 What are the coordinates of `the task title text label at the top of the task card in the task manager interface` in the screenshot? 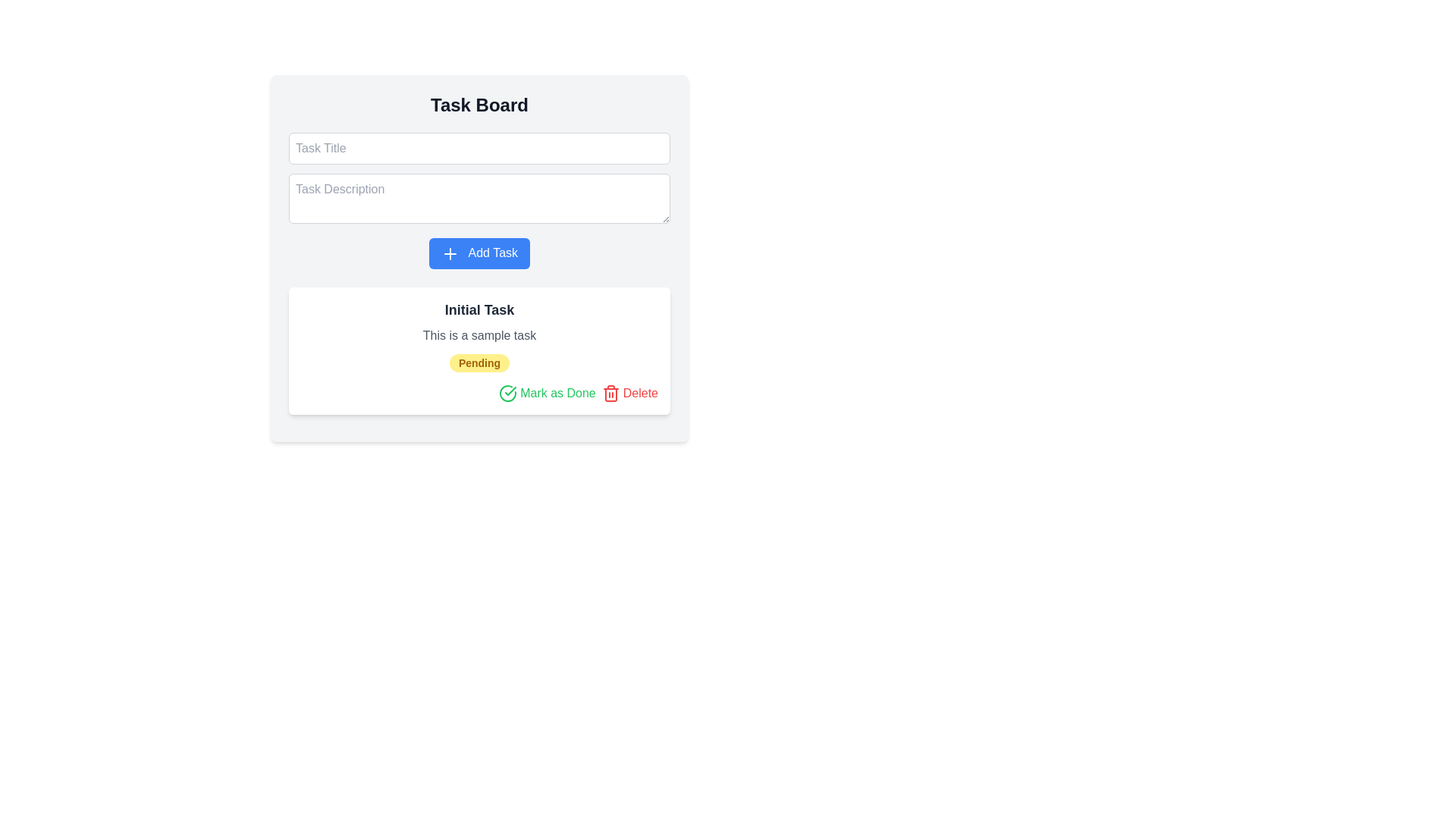 It's located at (479, 309).